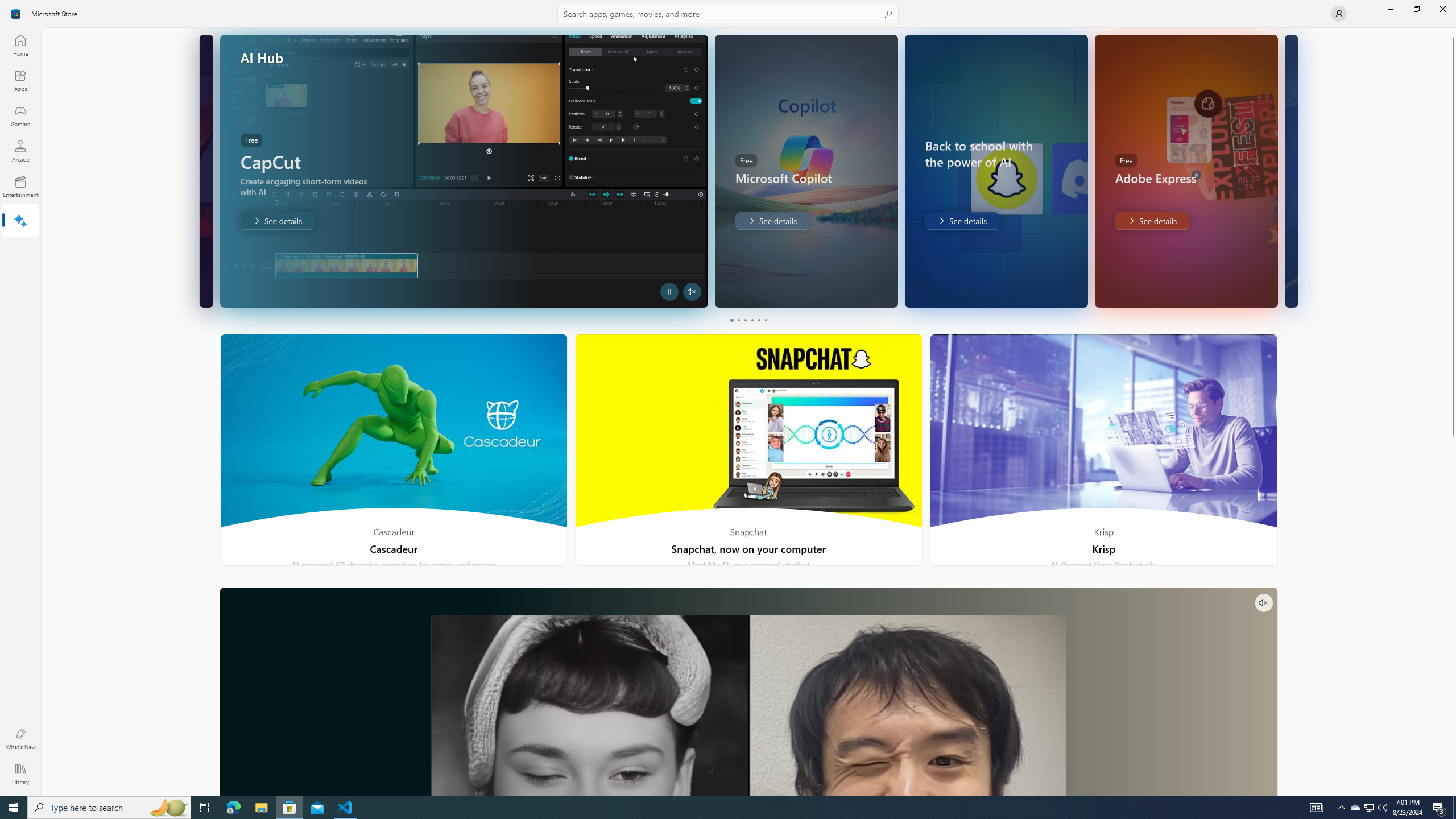 This screenshot has width=1456, height=819. What do you see at coordinates (19, 738) in the screenshot?
I see `'What'` at bounding box center [19, 738].